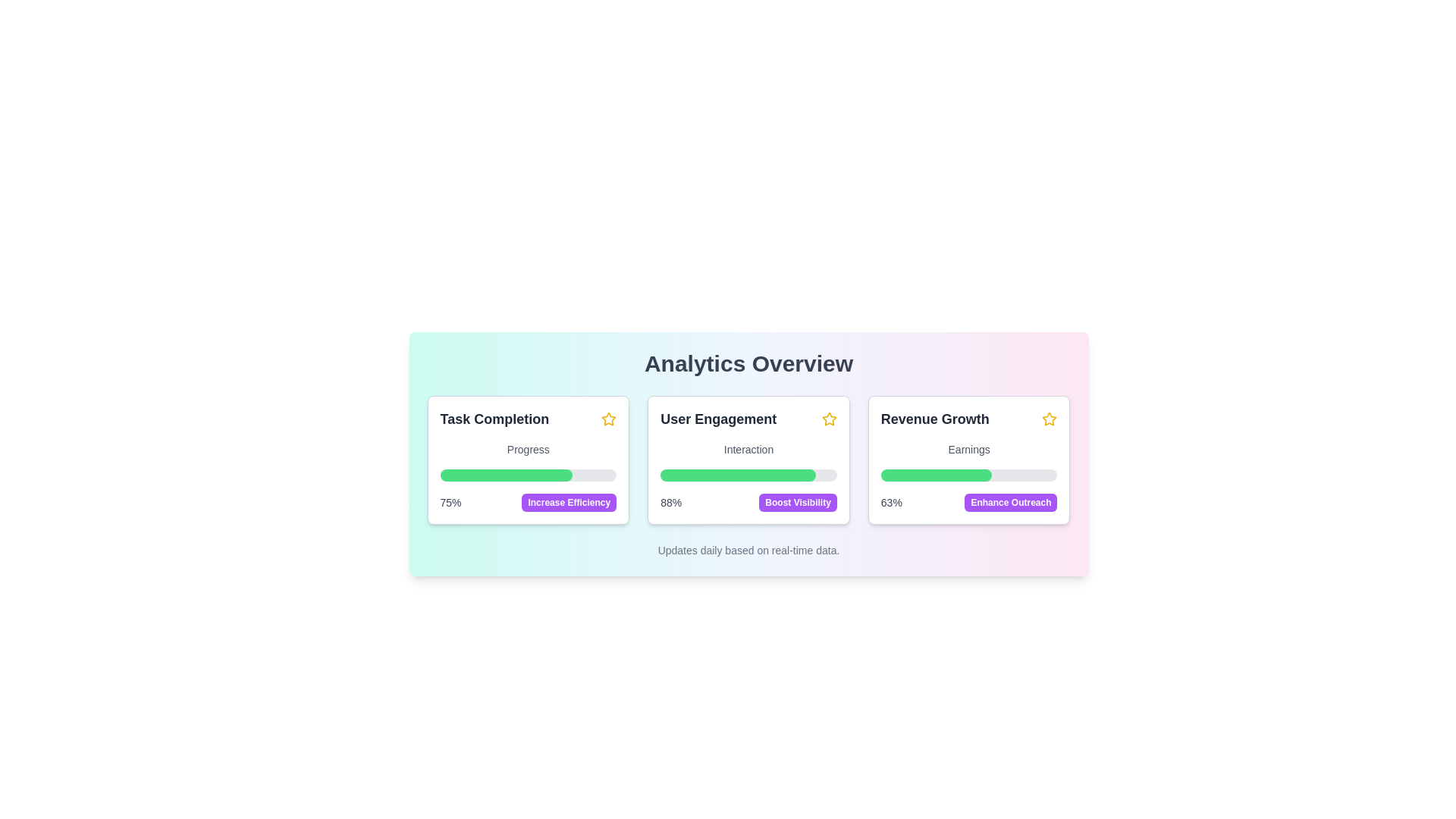  I want to click on the progress bar located in the first card labeled 'Task Completion', which visually represents 75% completion, positioned below the text 'Progress' and above the percentage label '75%', so click(528, 475).